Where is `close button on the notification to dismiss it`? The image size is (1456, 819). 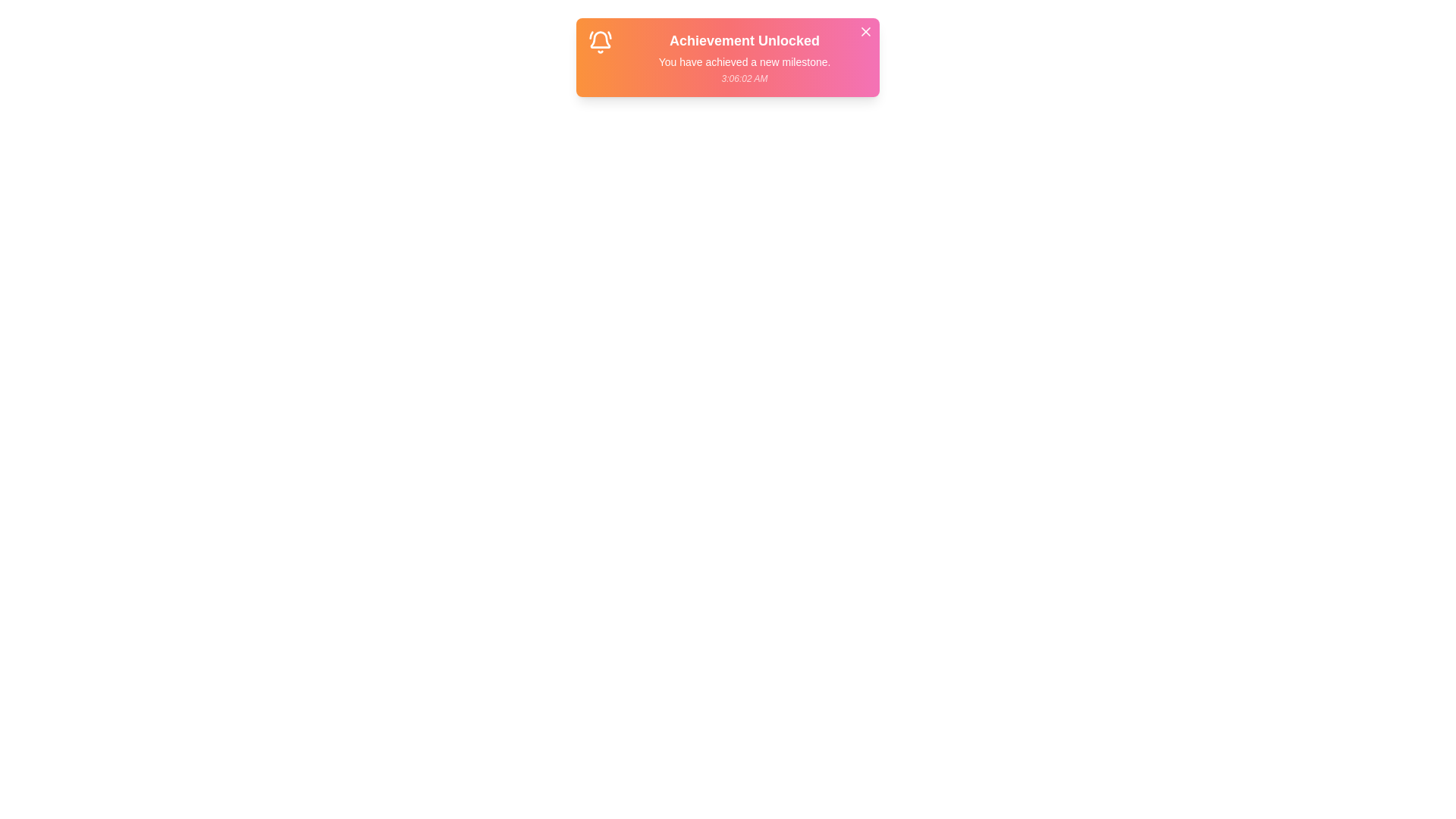
close button on the notification to dismiss it is located at coordinates (866, 32).